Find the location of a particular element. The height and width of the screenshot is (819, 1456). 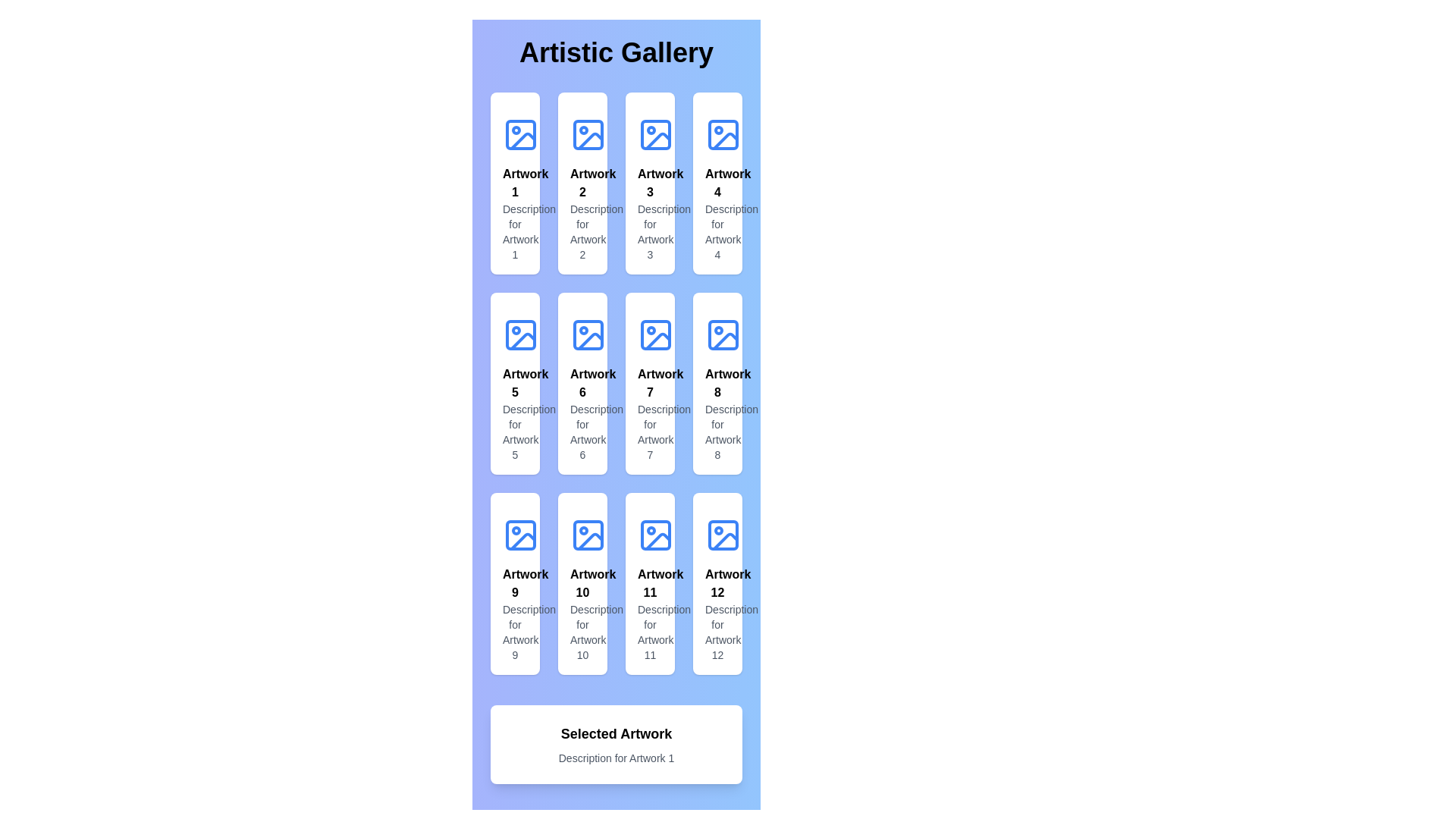

the static text label that displays 'Description for Artwork 3', which is styled in a smaller gray font and is located below the title 'Artwork 3' within the card structure is located at coordinates (650, 231).